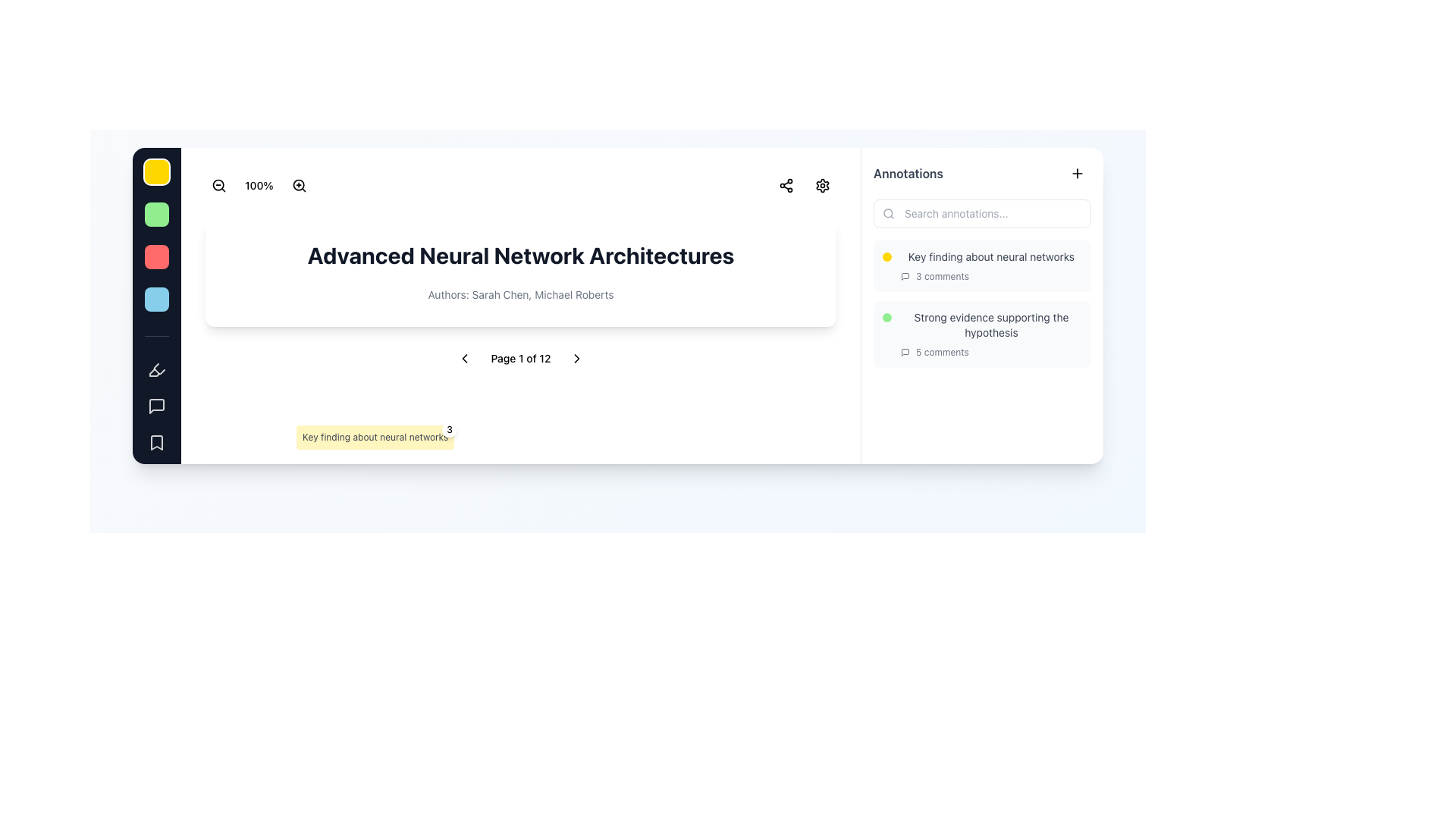 This screenshot has height=819, width=1456. I want to click on the zoom out button located in the top-left section of the interface, which is the second icon from the left in the horizontal toolbar, positioned to the right of a larger rectangular icon and to the left of a magnifying glass icon, so click(218, 185).